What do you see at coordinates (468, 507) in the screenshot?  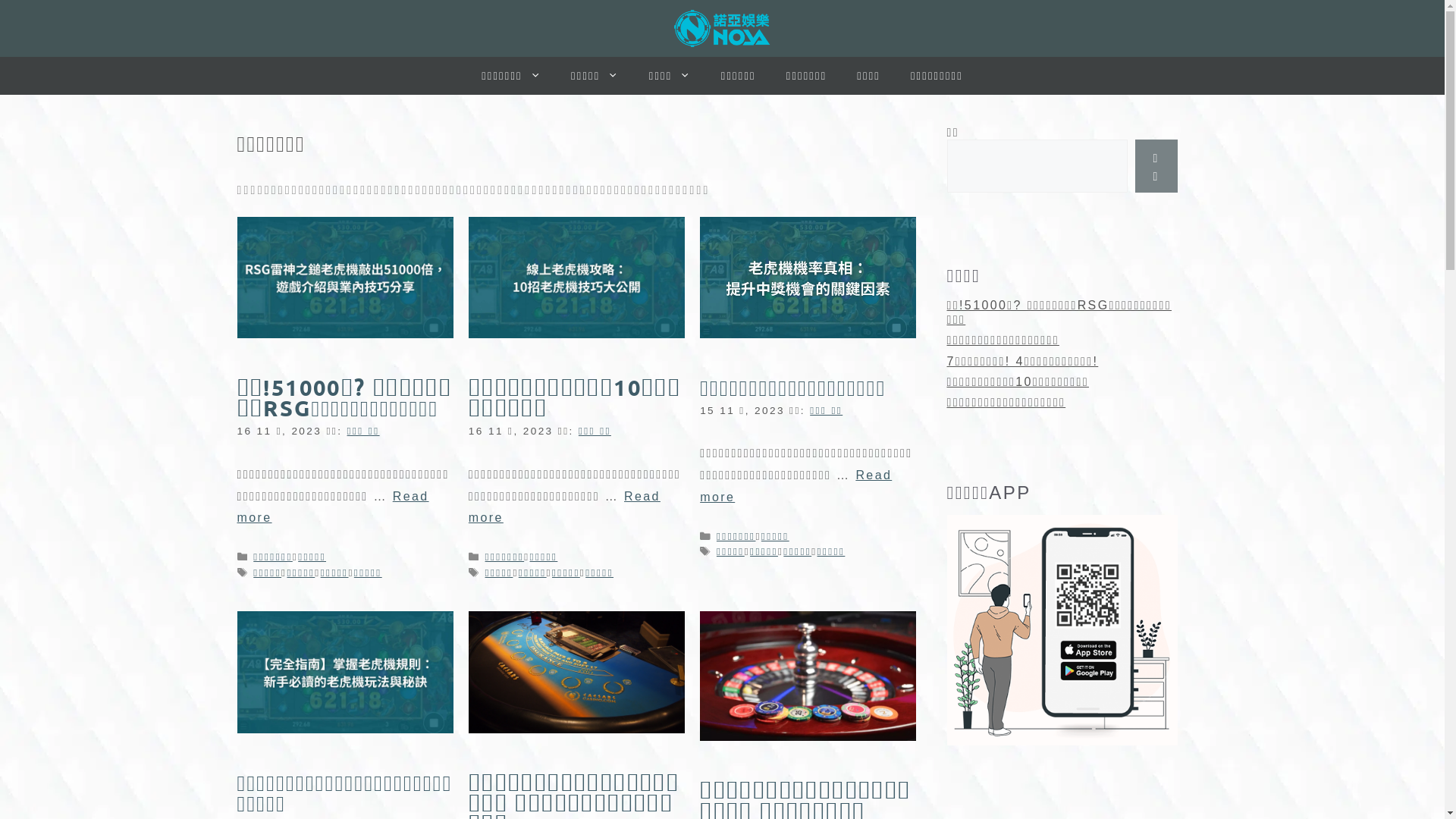 I see `'Read more'` at bounding box center [468, 507].